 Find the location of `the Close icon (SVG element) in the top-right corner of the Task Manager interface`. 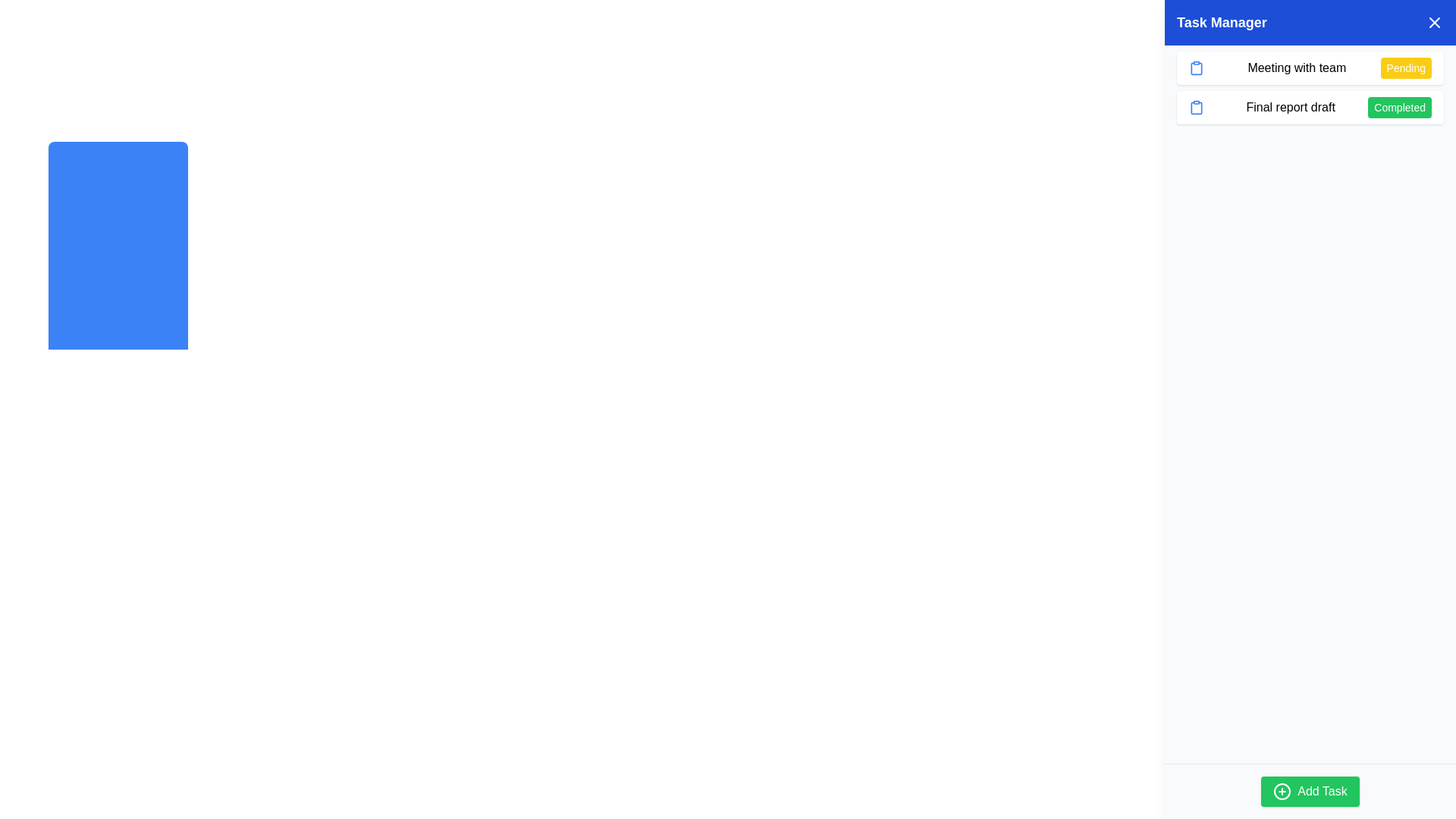

the Close icon (SVG element) in the top-right corner of the Task Manager interface is located at coordinates (1433, 23).